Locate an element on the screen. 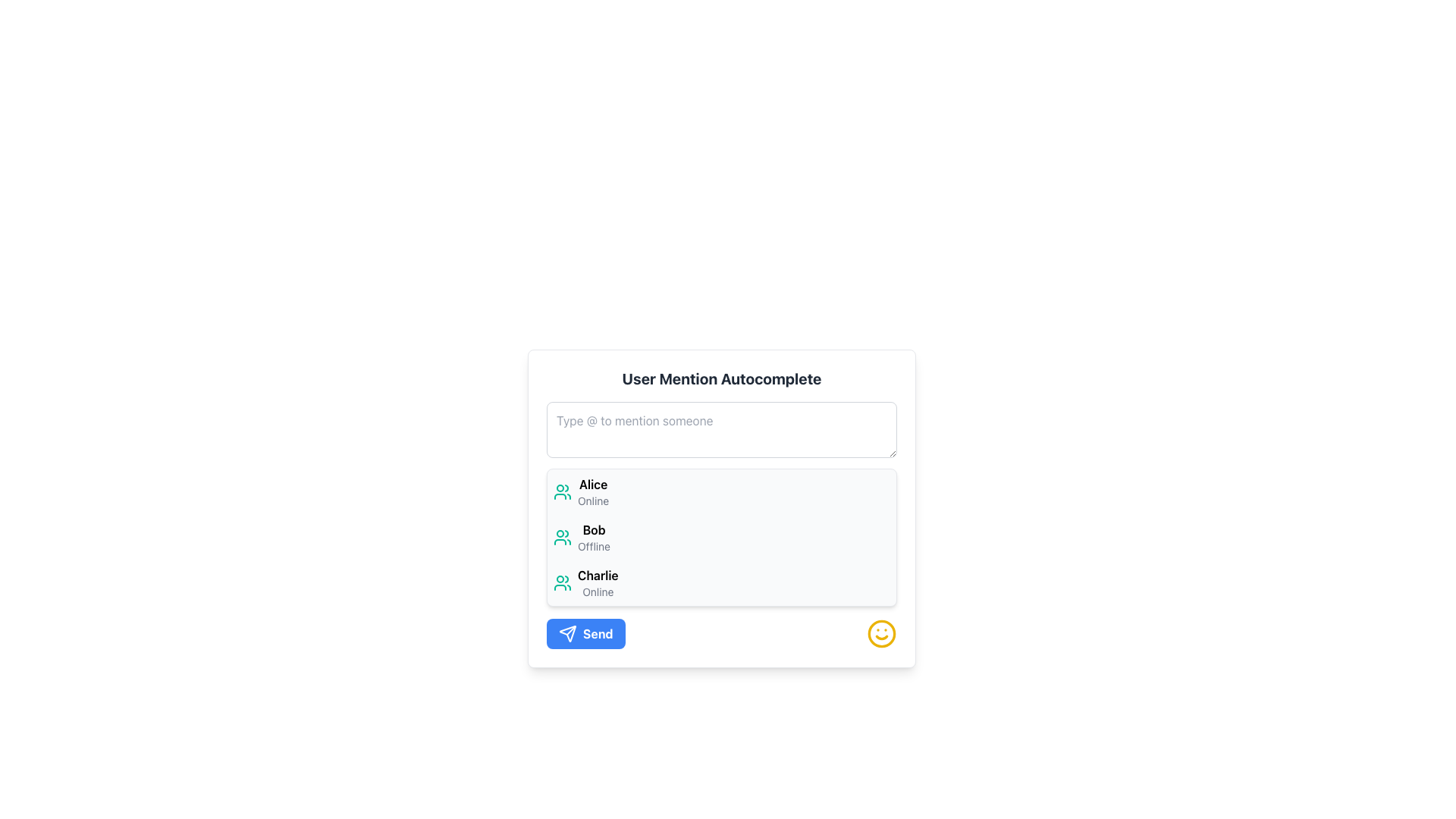 The image size is (1456, 819). the user entry for 'Bob' in the mention autocomplete list, which indicates the user is 'Offline' is located at coordinates (720, 537).